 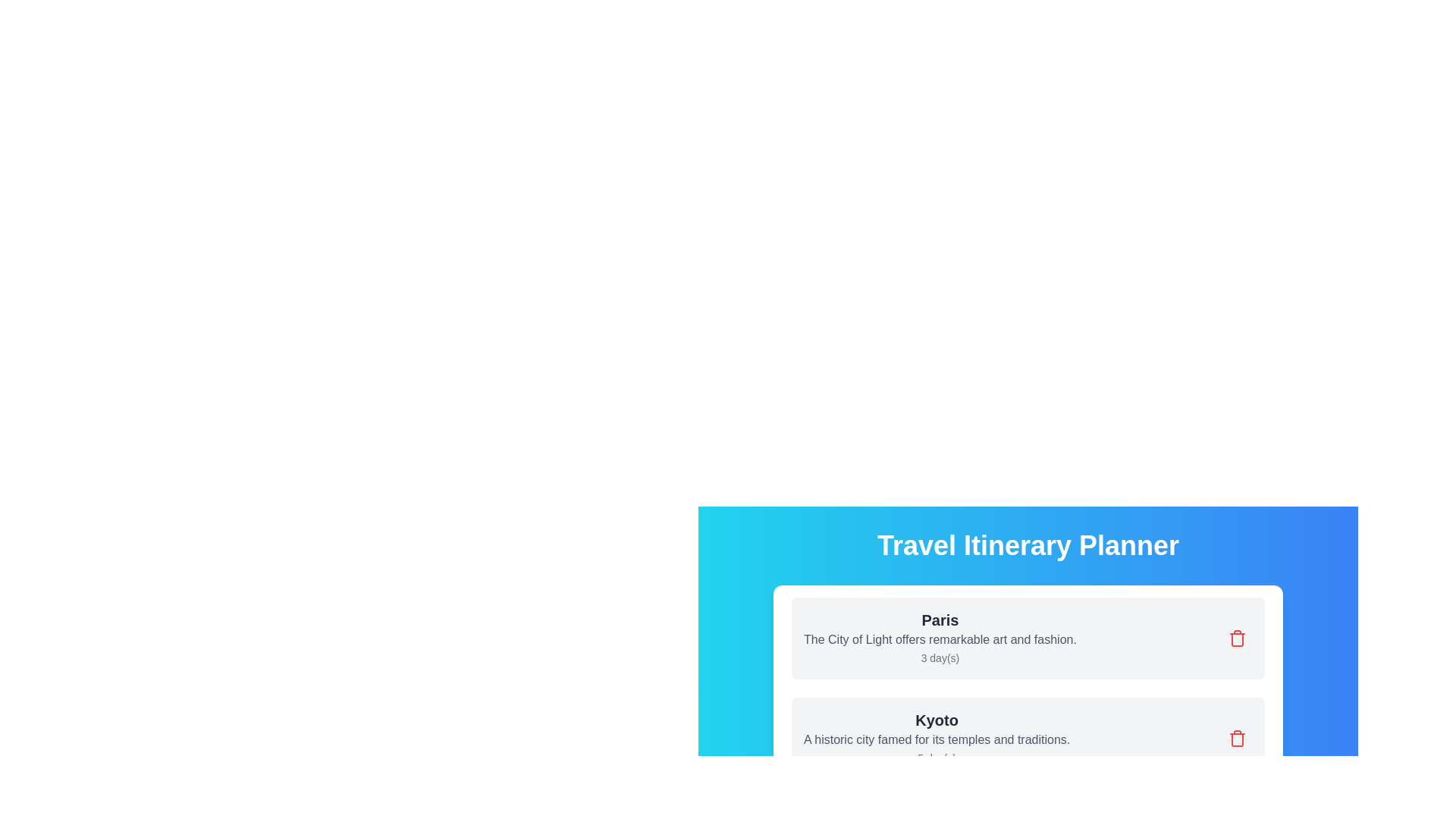 I want to click on the compact, rectangular card titled 'Kyoto' with a light gray background, located below the 'Paris' card in the vertical itinerary list, so click(x=1028, y=738).